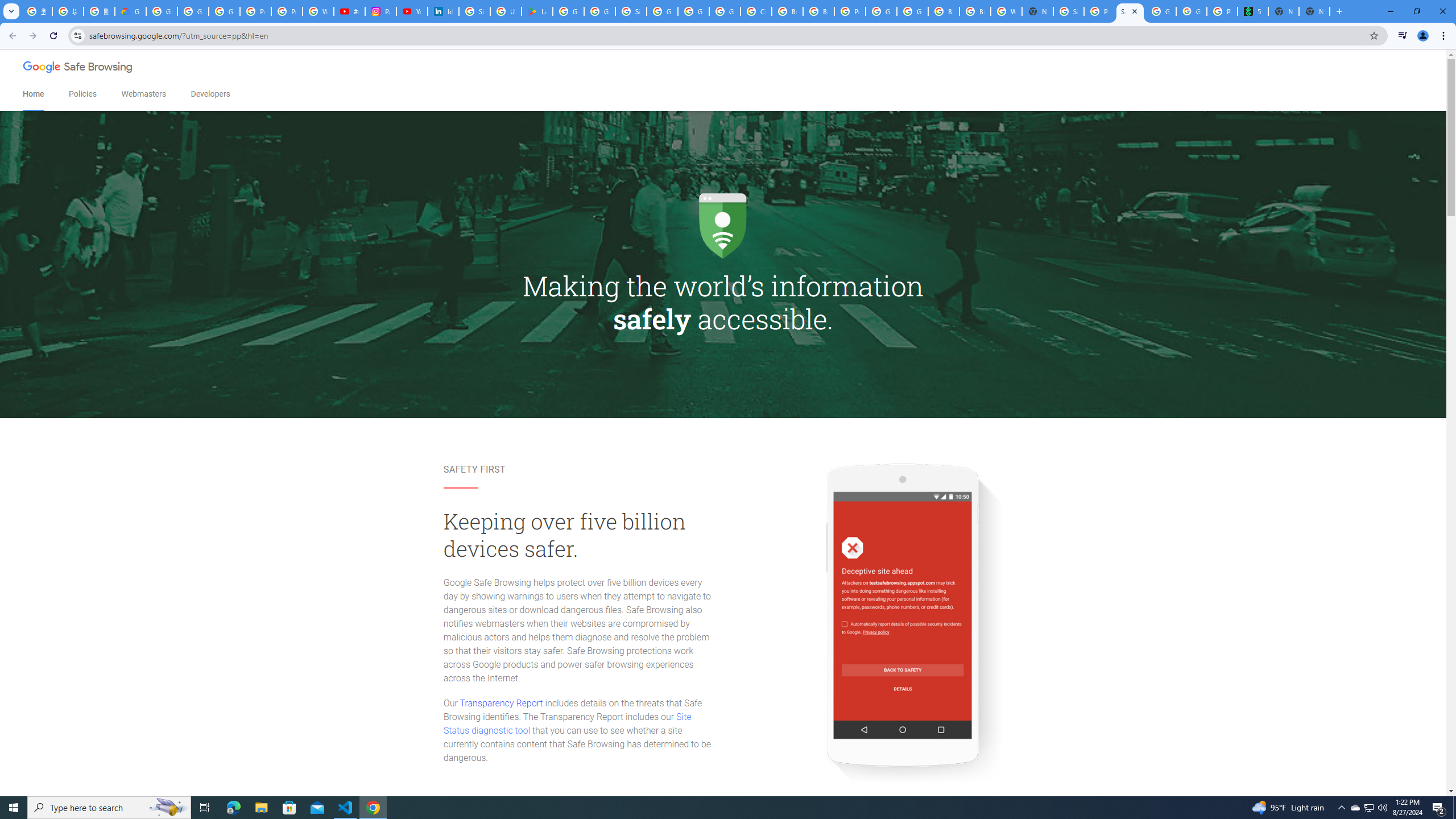 The width and height of the screenshot is (1456, 819). I want to click on 'Home', so click(32, 94).